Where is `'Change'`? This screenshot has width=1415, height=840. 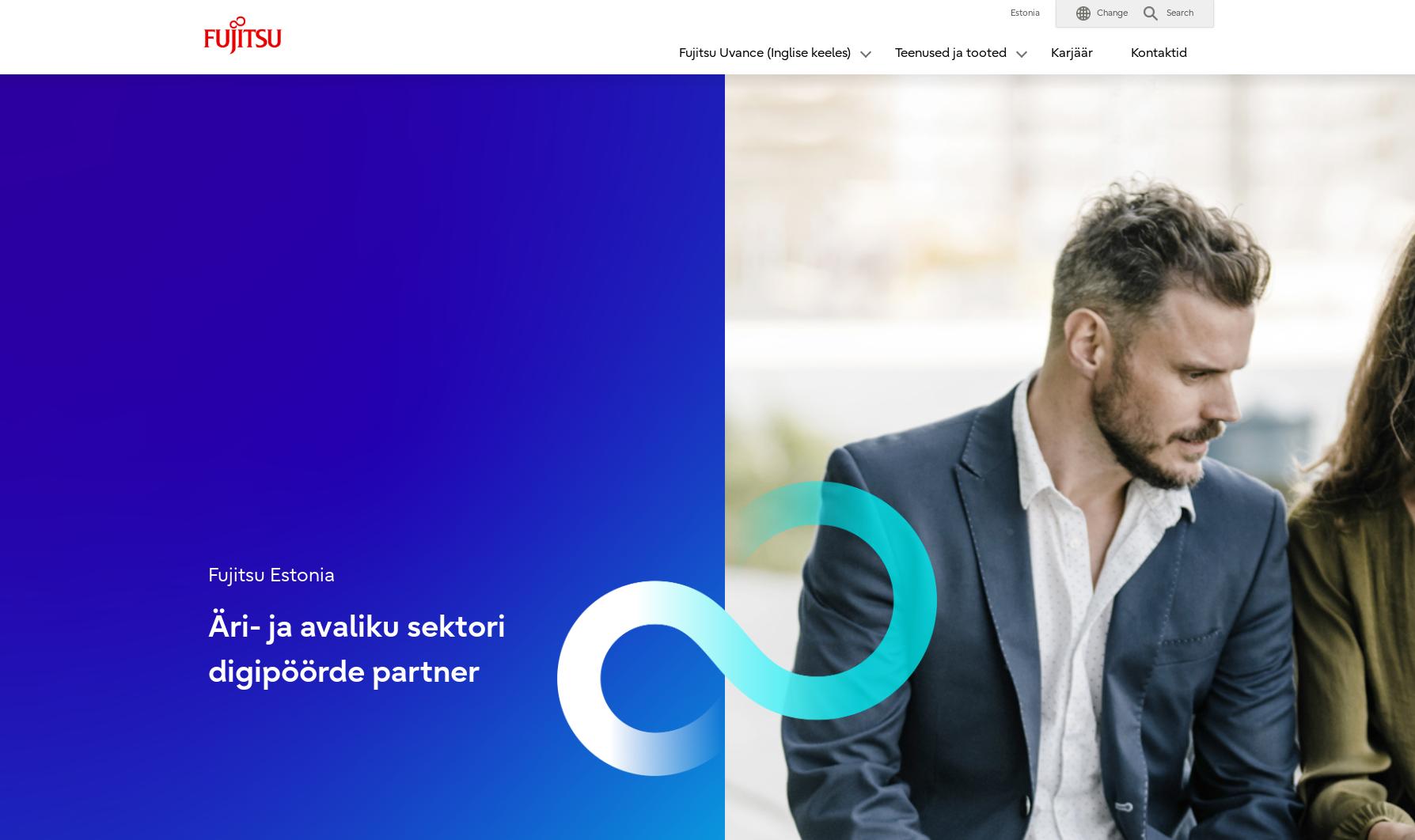
'Change' is located at coordinates (1112, 13).